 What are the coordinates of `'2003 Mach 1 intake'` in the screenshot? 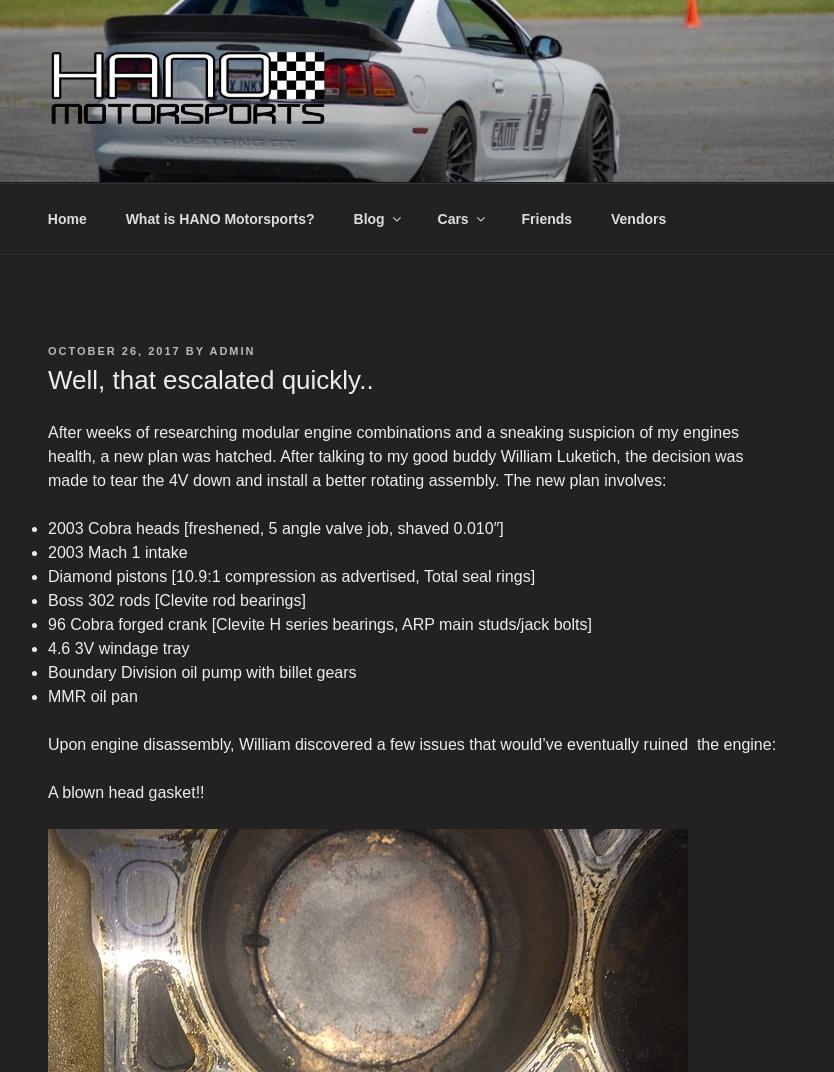 It's located at (116, 551).